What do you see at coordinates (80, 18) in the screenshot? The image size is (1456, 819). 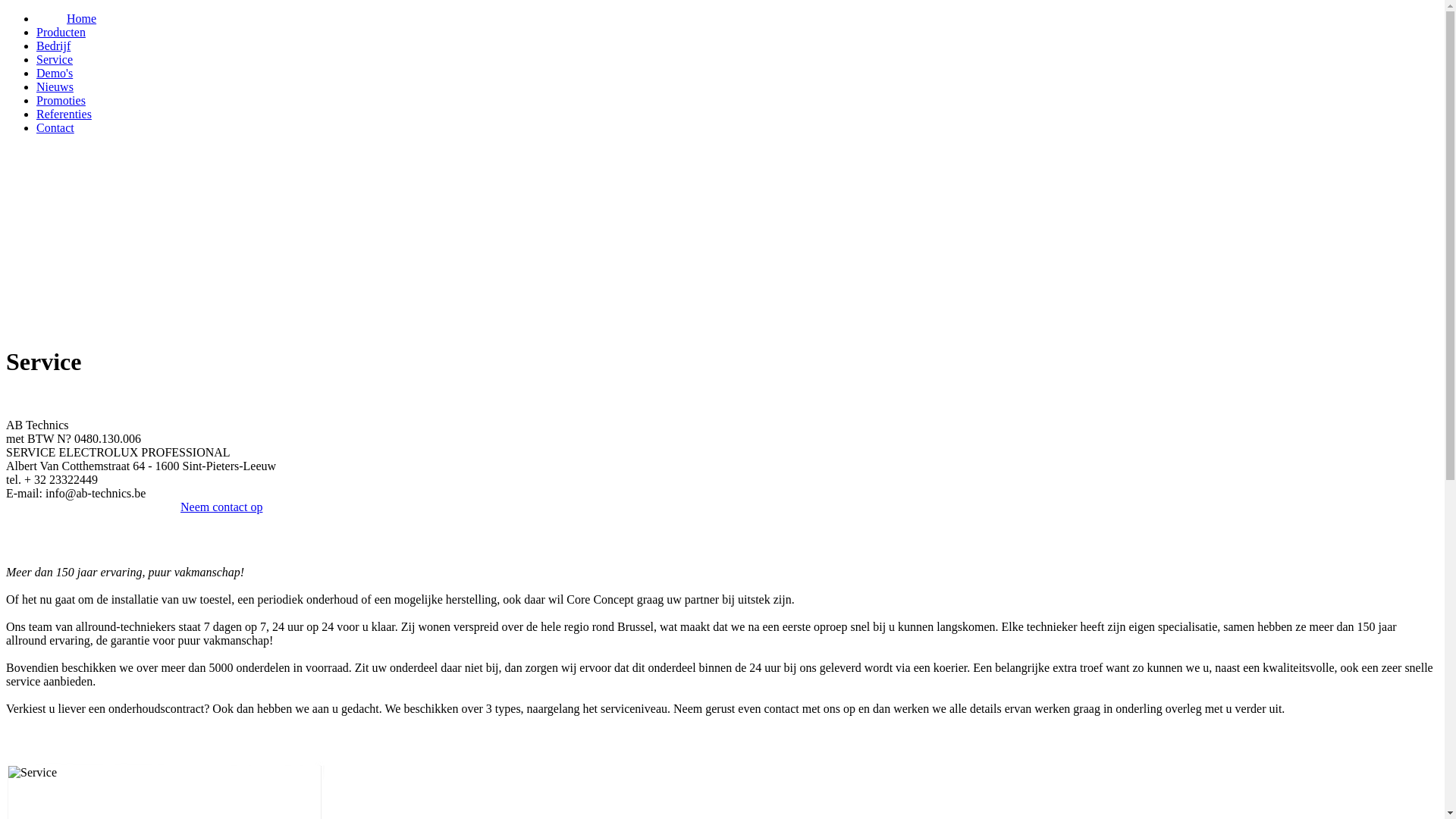 I see `'Home'` at bounding box center [80, 18].